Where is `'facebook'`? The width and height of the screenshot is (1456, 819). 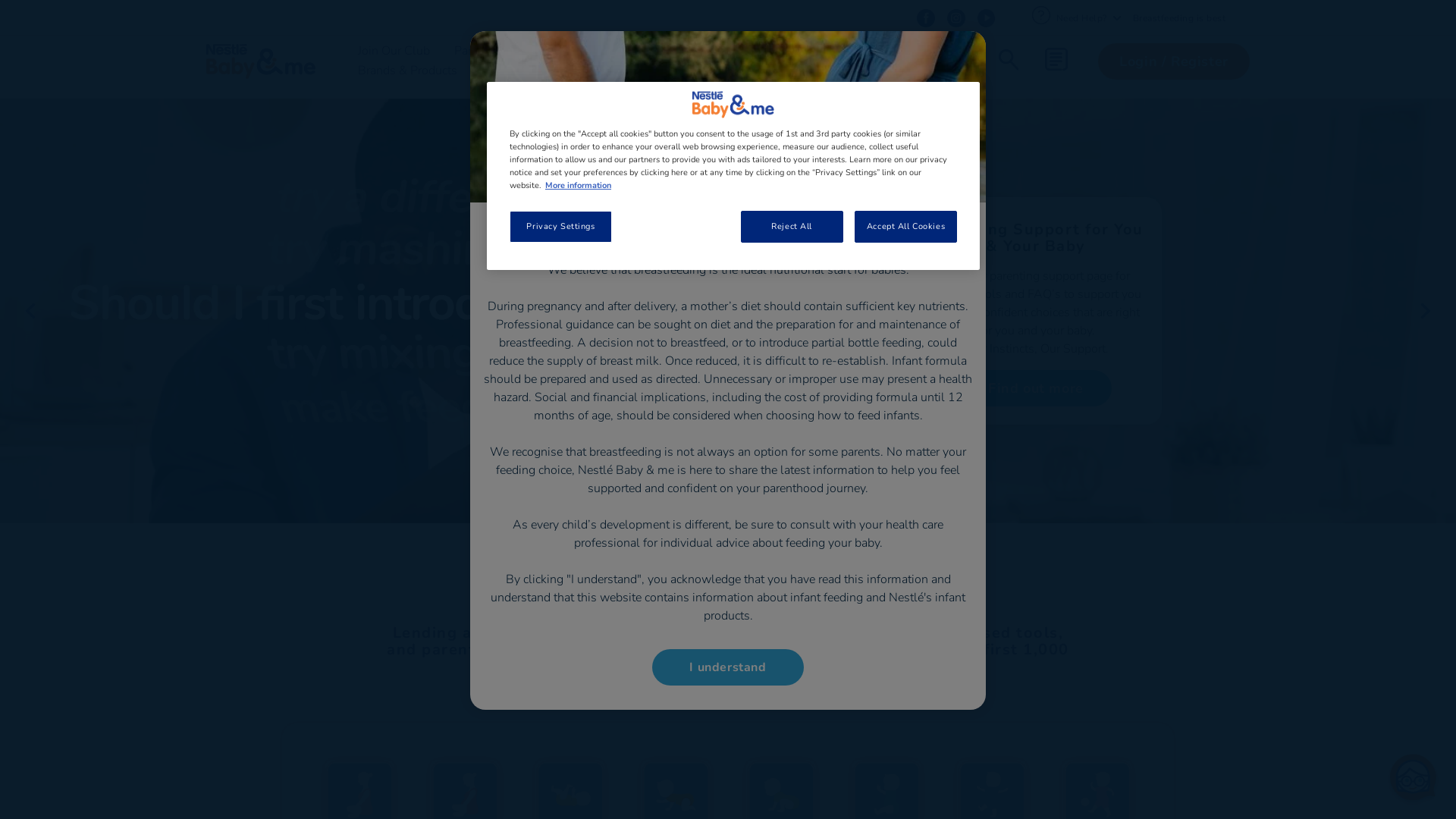
'facebook' is located at coordinates (924, 17).